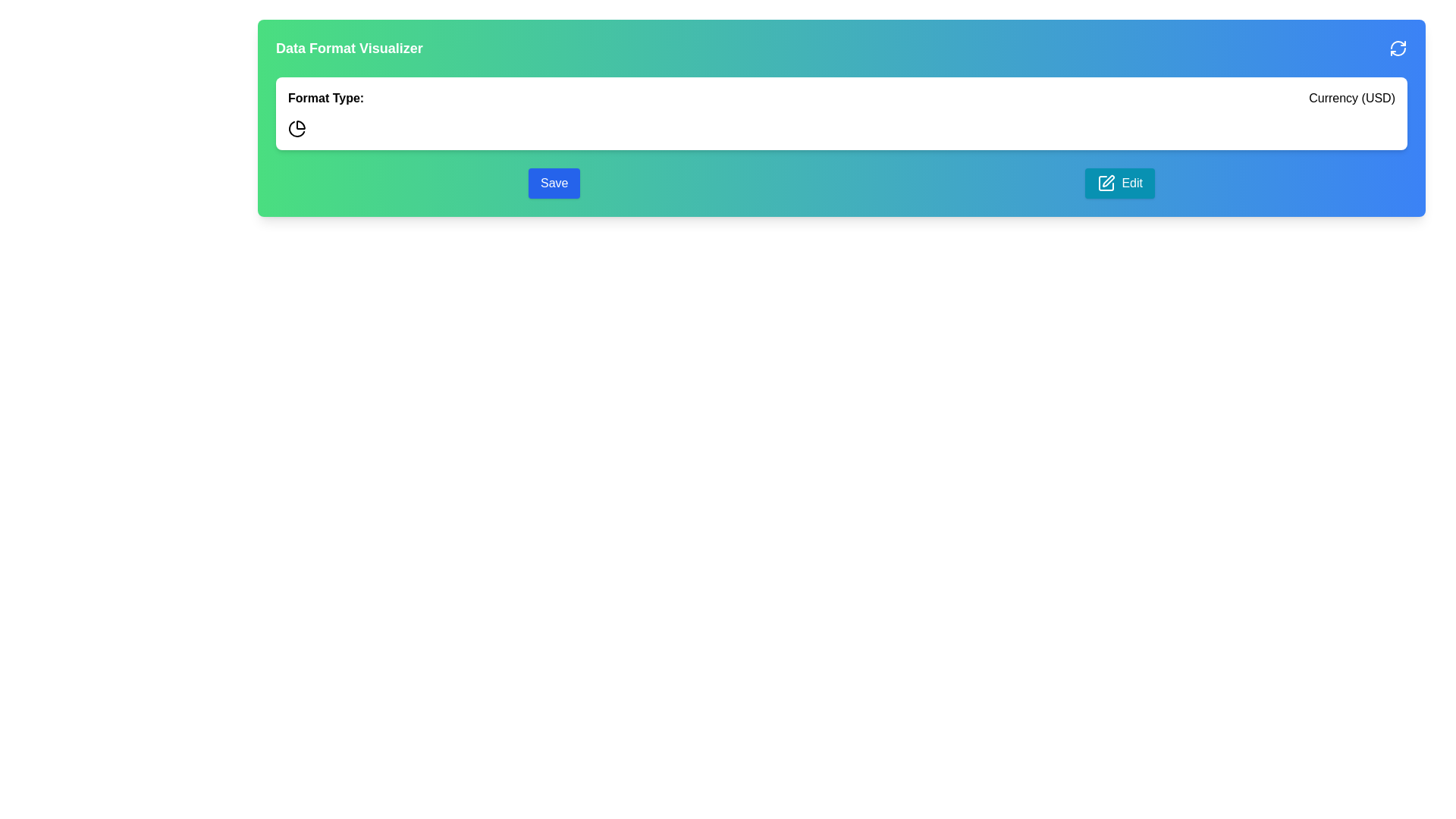 Image resolution: width=1456 pixels, height=819 pixels. What do you see at coordinates (1397, 48) in the screenshot?
I see `the circular refresh icon button located in the top-right corner of the blue header bar` at bounding box center [1397, 48].